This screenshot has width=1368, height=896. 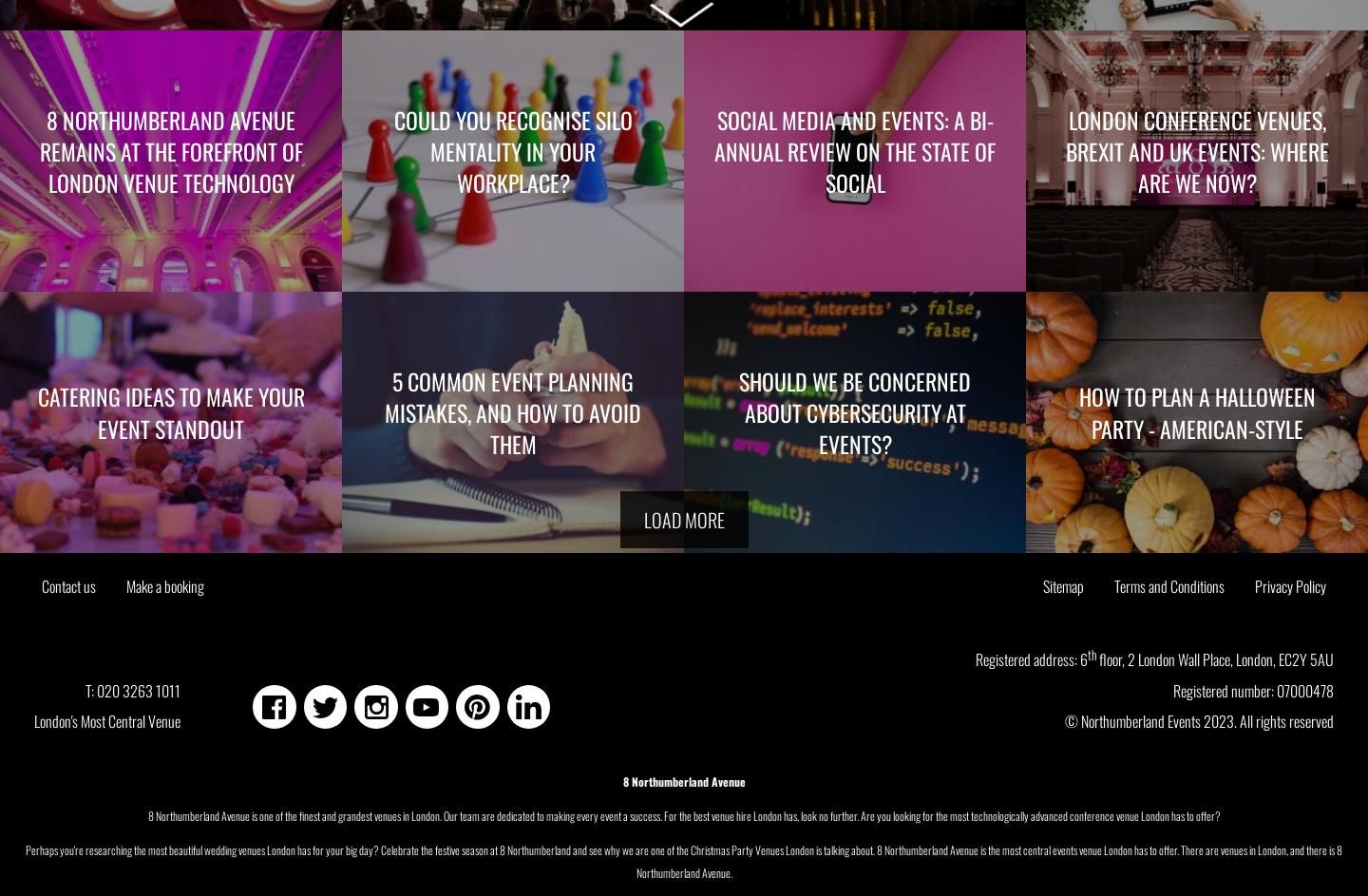 What do you see at coordinates (642, 520) in the screenshot?
I see `'LOAD MORE'` at bounding box center [642, 520].